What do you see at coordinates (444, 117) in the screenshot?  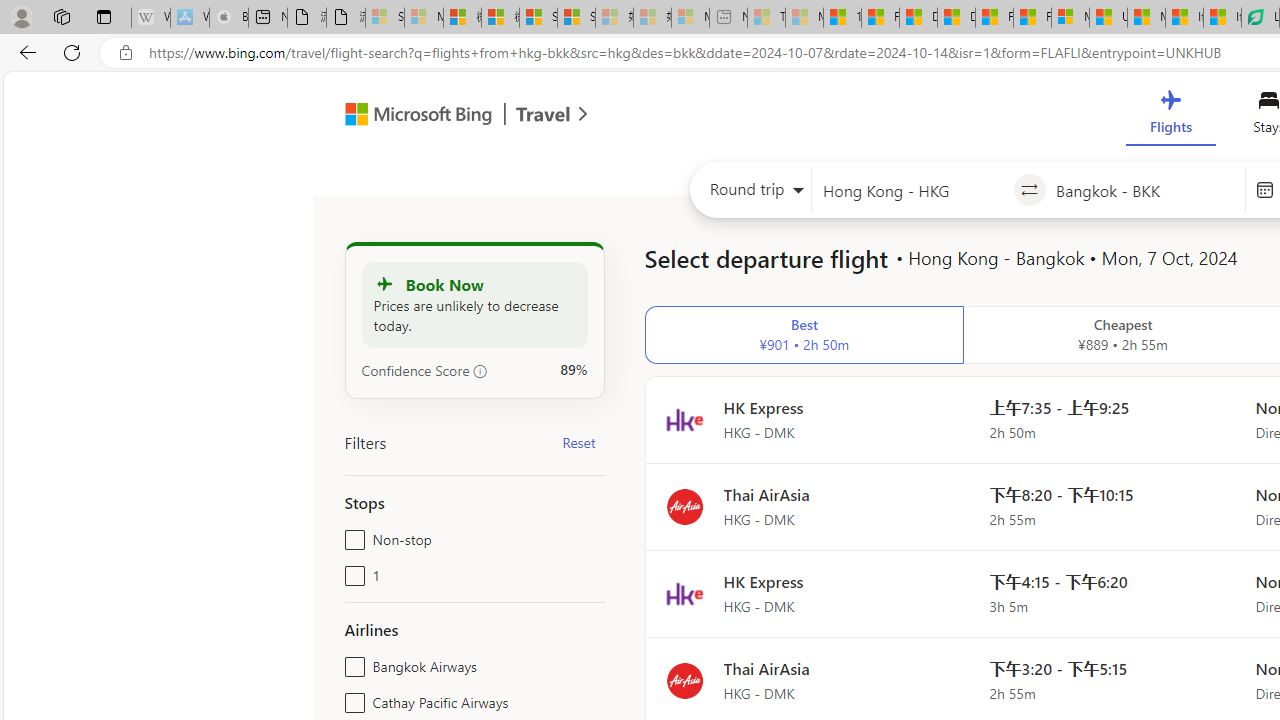 I see `'Microsoft Bing Travel'` at bounding box center [444, 117].